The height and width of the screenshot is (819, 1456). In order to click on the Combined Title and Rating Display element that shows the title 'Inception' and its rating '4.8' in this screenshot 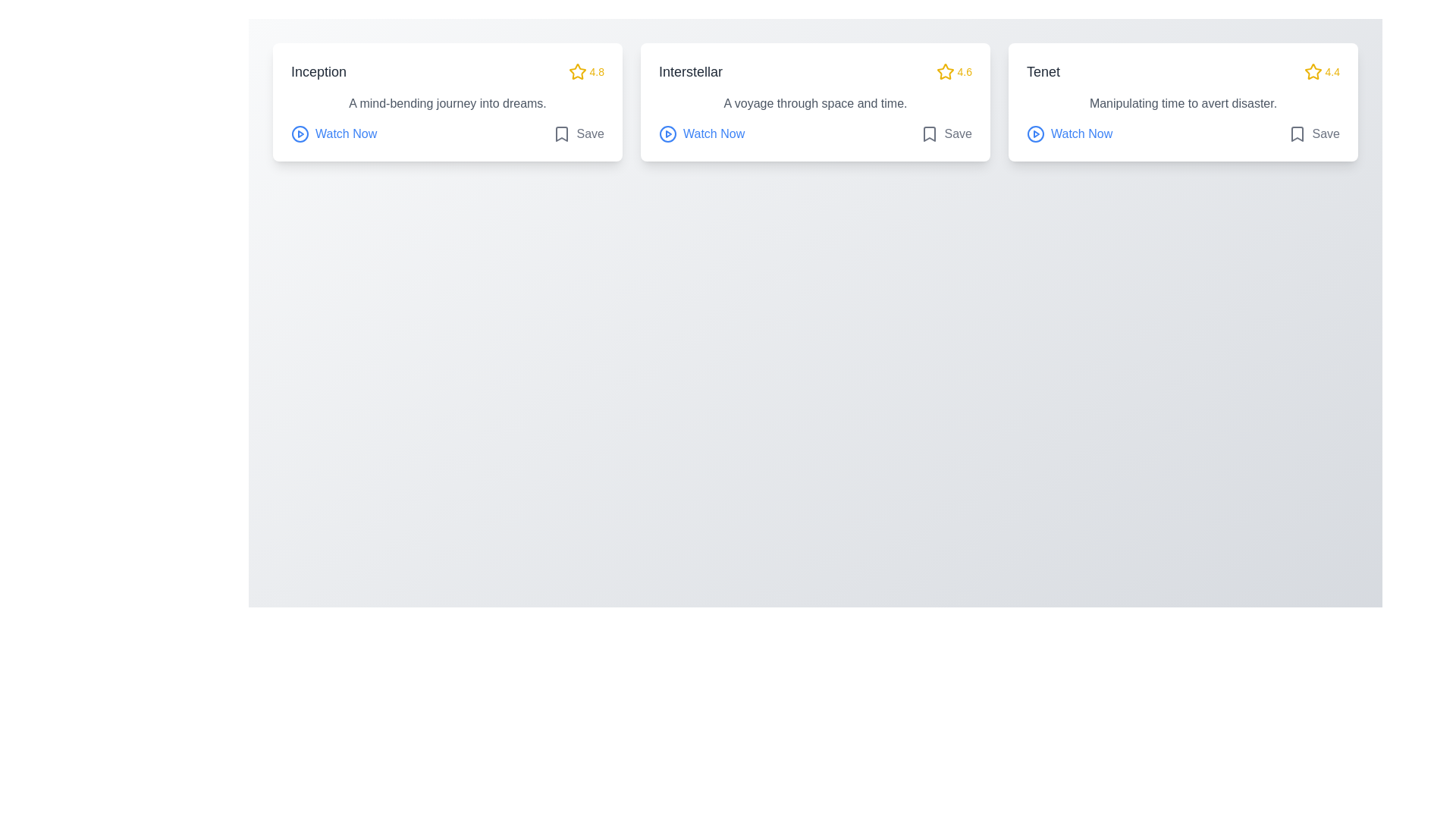, I will do `click(447, 72)`.